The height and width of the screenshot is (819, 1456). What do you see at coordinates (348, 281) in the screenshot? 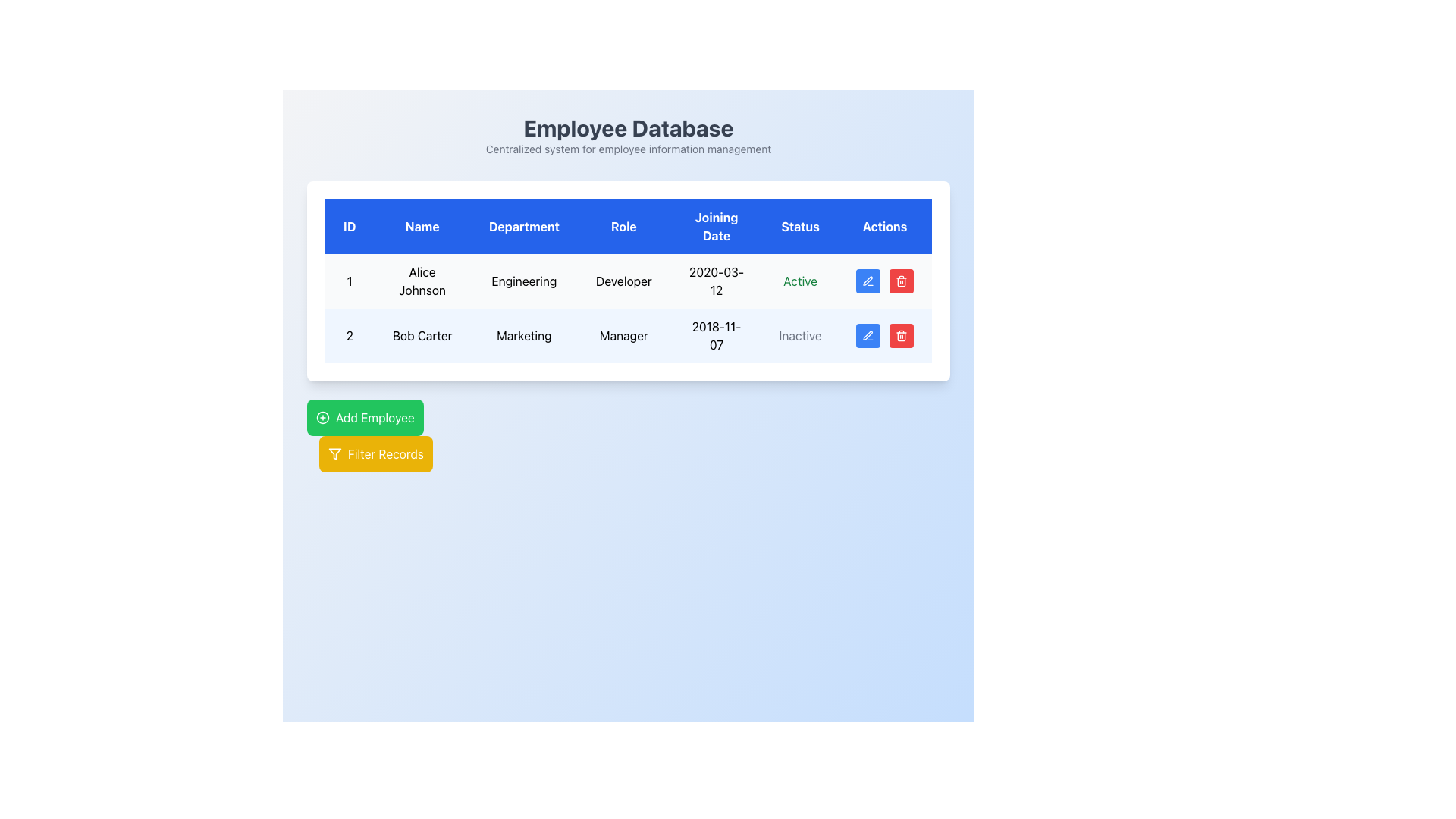
I see `the unique identifier in the first column of the first row of the data table, located beneath the 'ID' header, for reference or selection` at bounding box center [348, 281].